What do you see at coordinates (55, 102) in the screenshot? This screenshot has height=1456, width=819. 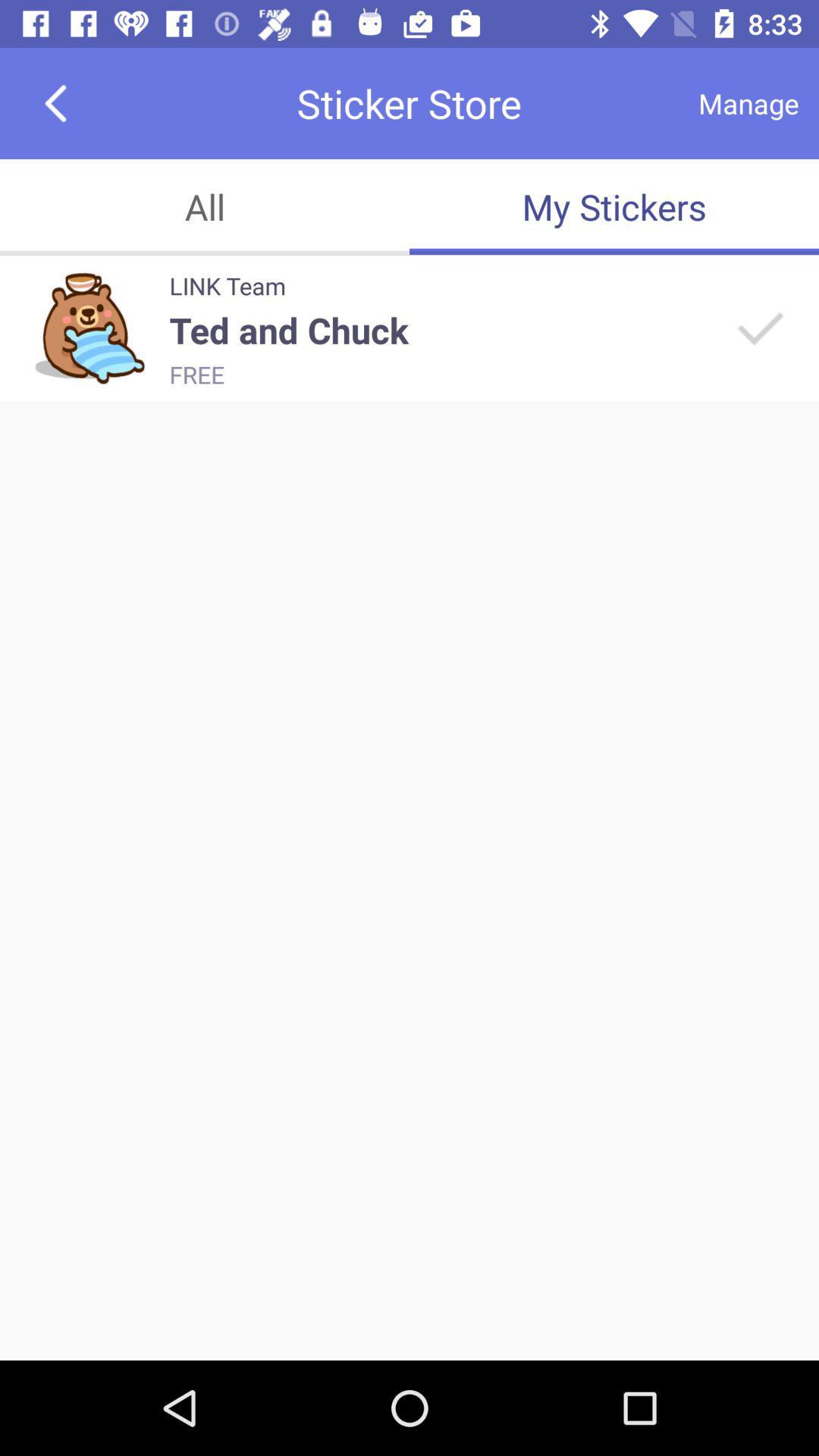 I see `the app next to sticker store` at bounding box center [55, 102].